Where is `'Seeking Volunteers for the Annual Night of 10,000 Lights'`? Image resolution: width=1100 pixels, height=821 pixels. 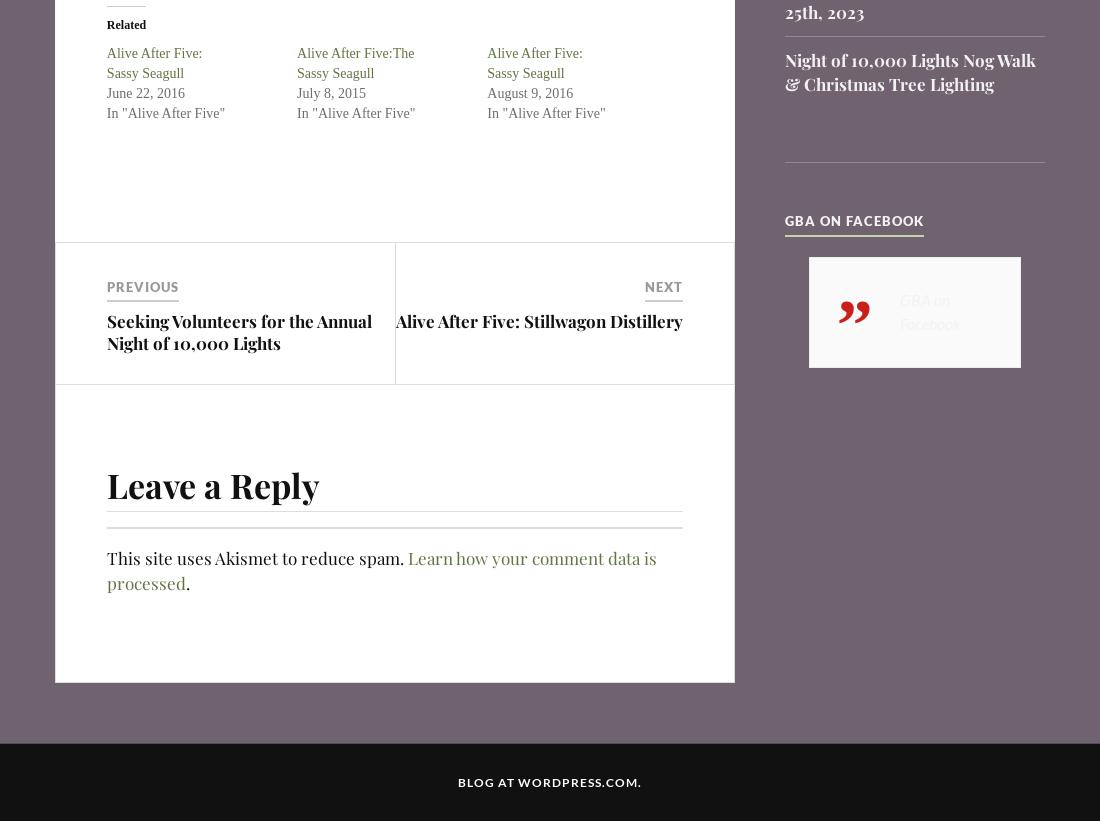
'Seeking Volunteers for the Annual Night of 10,000 Lights' is located at coordinates (238, 331).